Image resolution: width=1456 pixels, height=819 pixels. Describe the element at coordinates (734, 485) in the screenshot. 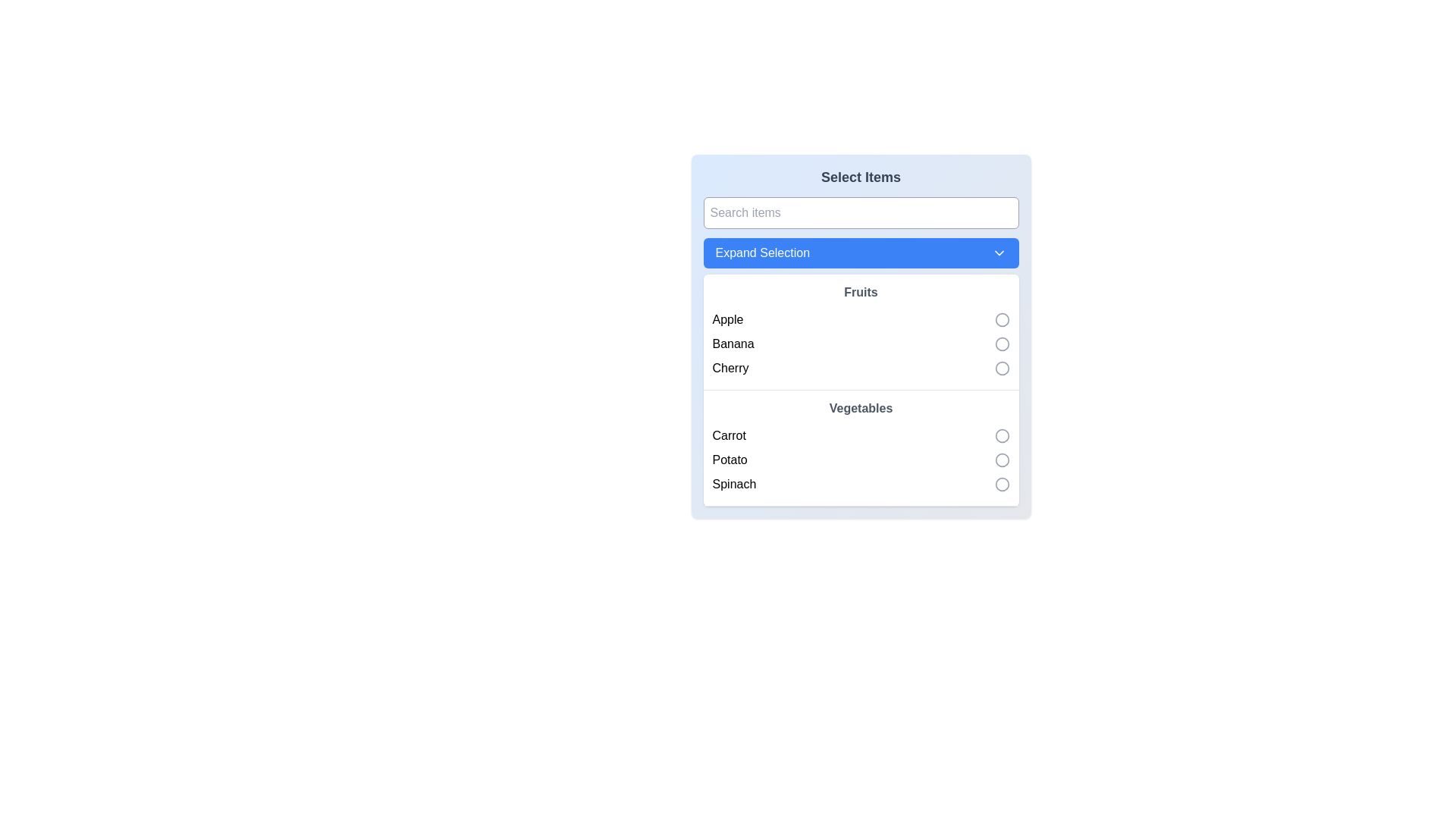

I see `label displaying 'Spinach', which is the third item in the 'Vegetables' section of the list` at that location.